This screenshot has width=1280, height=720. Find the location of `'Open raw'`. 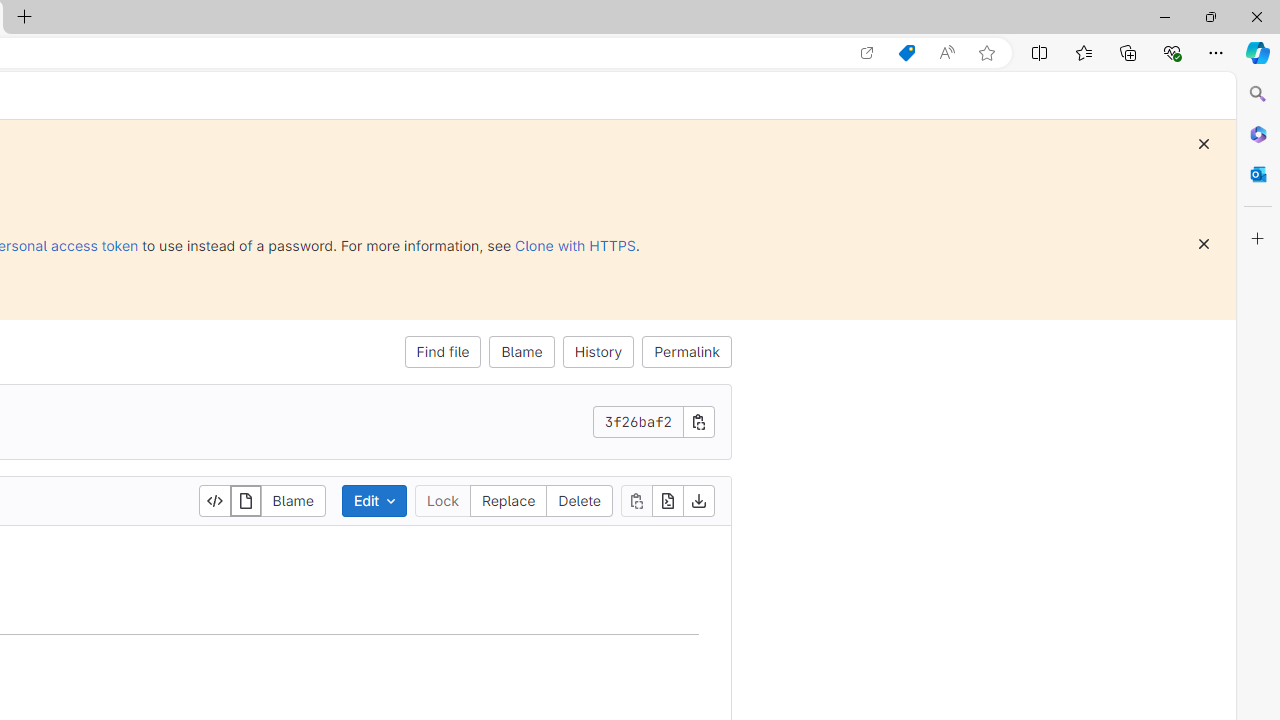

'Open raw' is located at coordinates (667, 500).